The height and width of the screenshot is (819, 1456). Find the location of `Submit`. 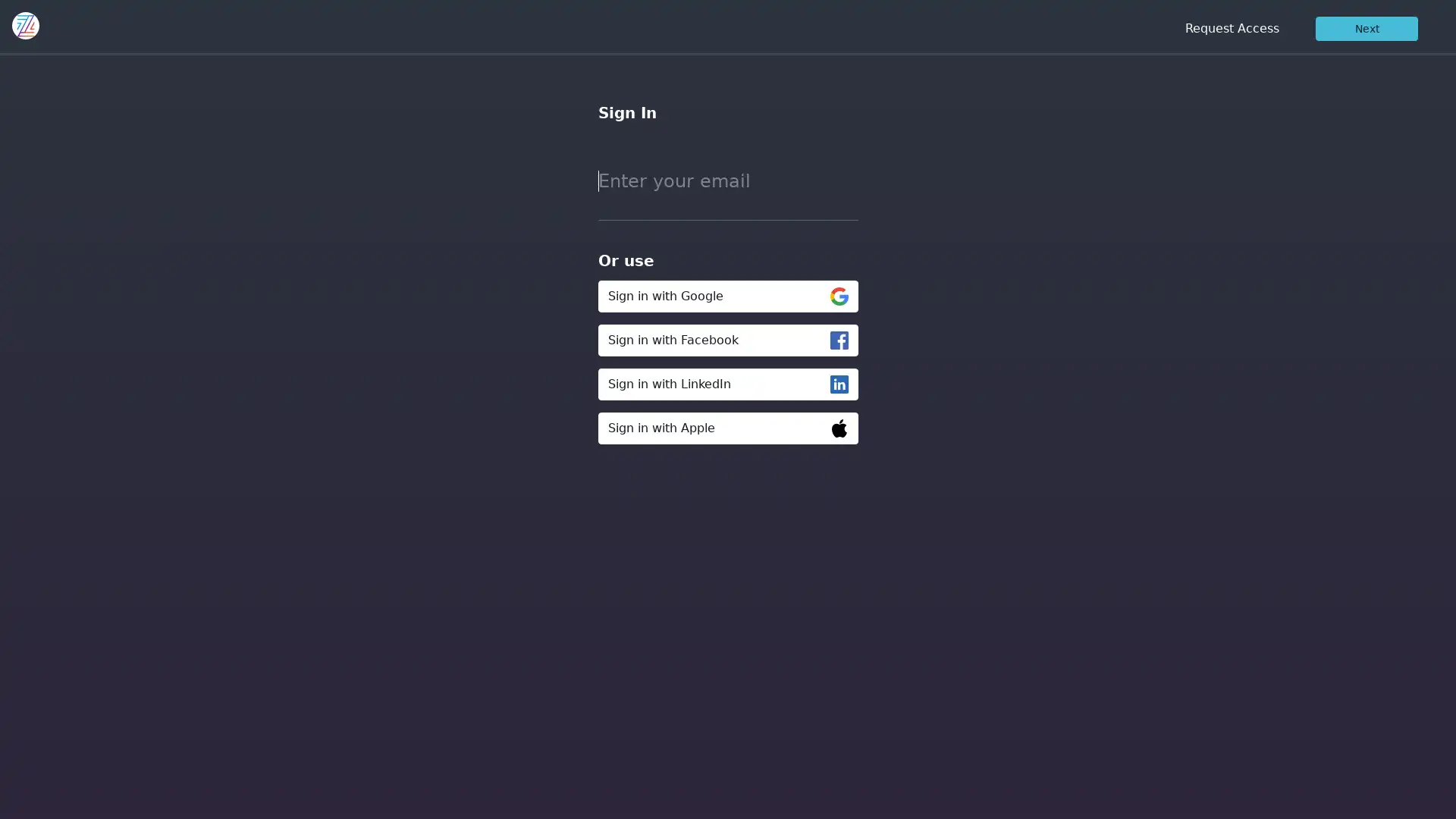

Submit is located at coordinates (601, 464).